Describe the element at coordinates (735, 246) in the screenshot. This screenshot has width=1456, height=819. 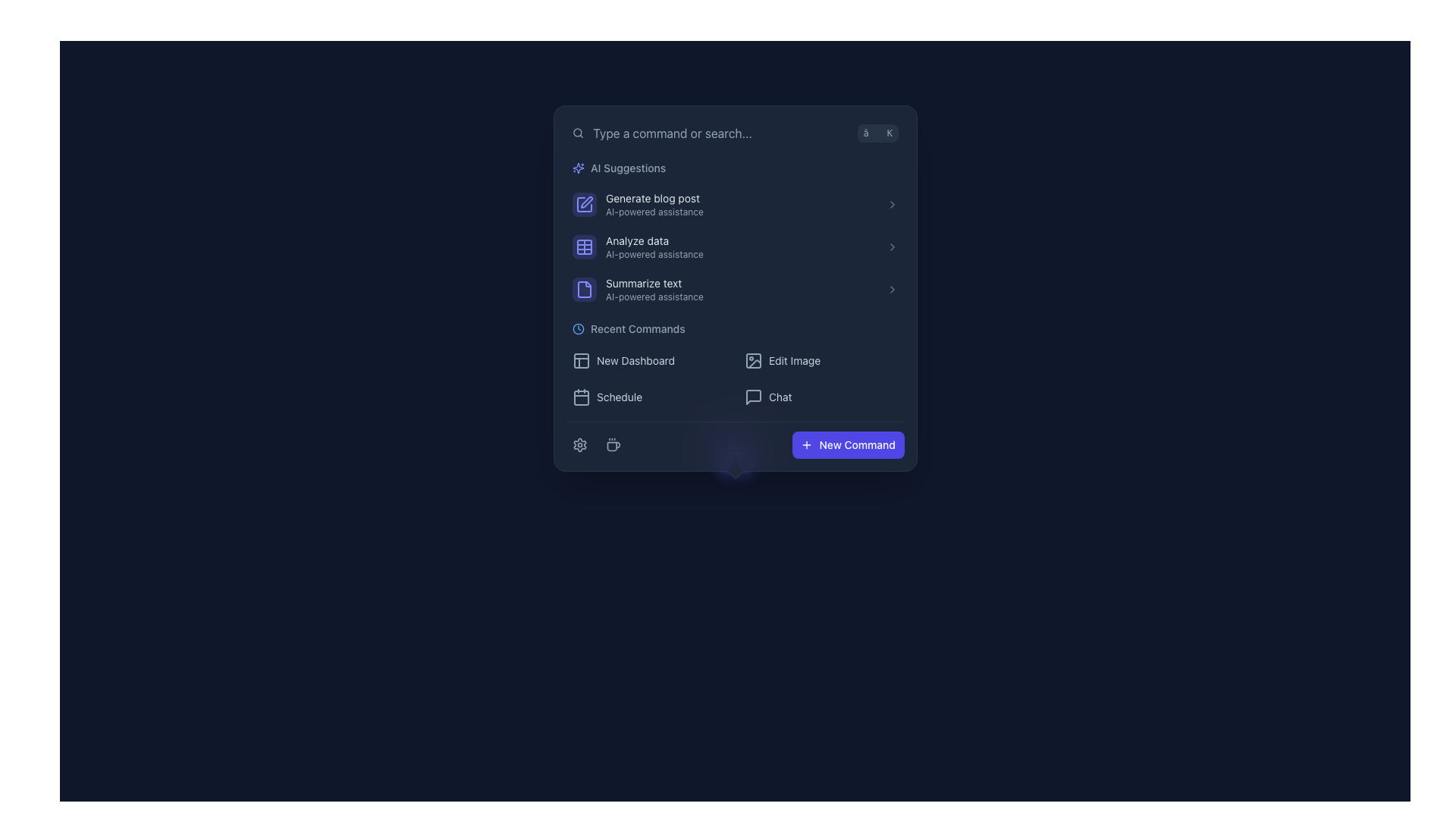
I see `the selectable list item labeled 'Analyze data'` at that location.